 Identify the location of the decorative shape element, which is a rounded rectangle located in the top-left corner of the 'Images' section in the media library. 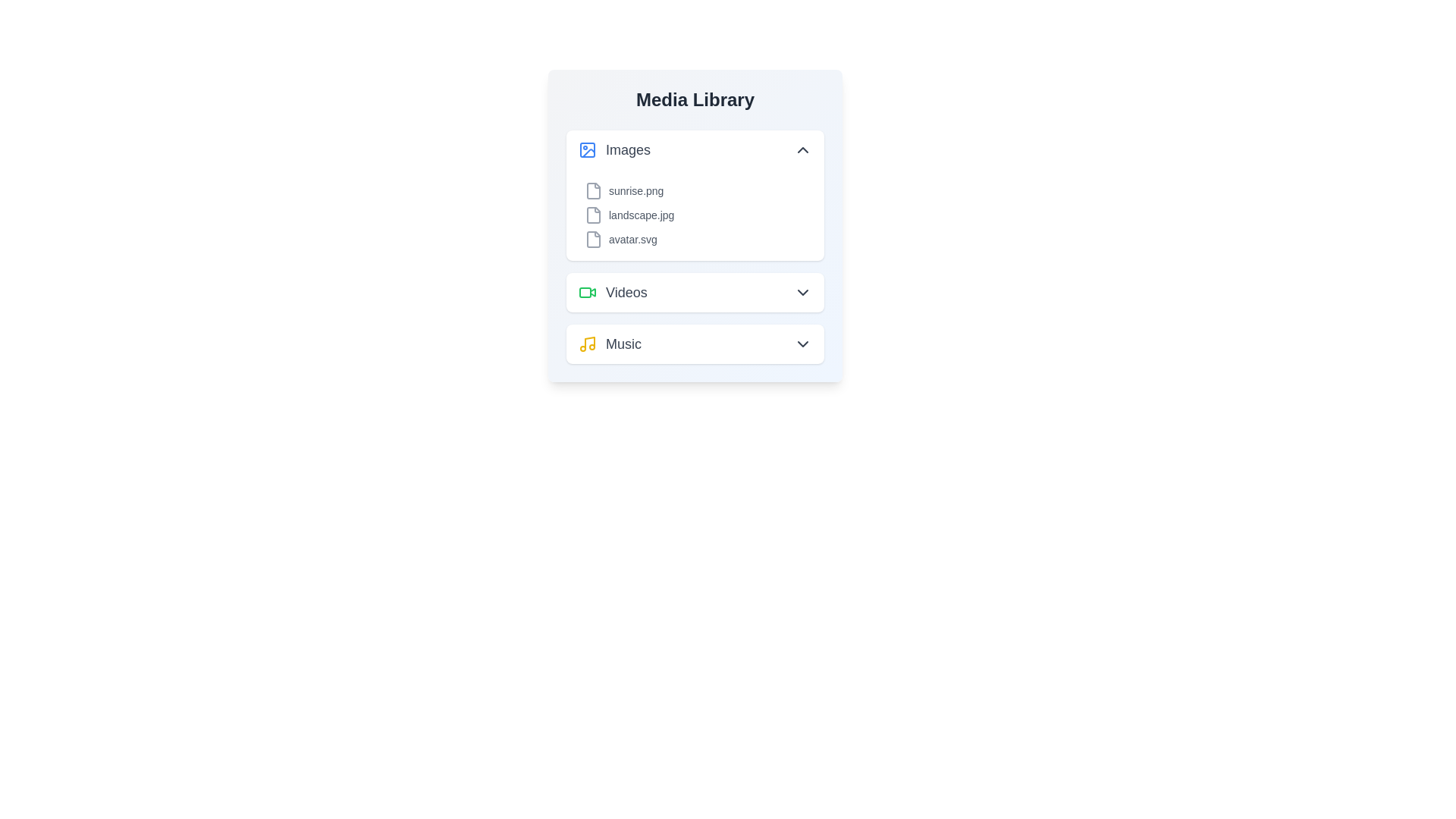
(586, 149).